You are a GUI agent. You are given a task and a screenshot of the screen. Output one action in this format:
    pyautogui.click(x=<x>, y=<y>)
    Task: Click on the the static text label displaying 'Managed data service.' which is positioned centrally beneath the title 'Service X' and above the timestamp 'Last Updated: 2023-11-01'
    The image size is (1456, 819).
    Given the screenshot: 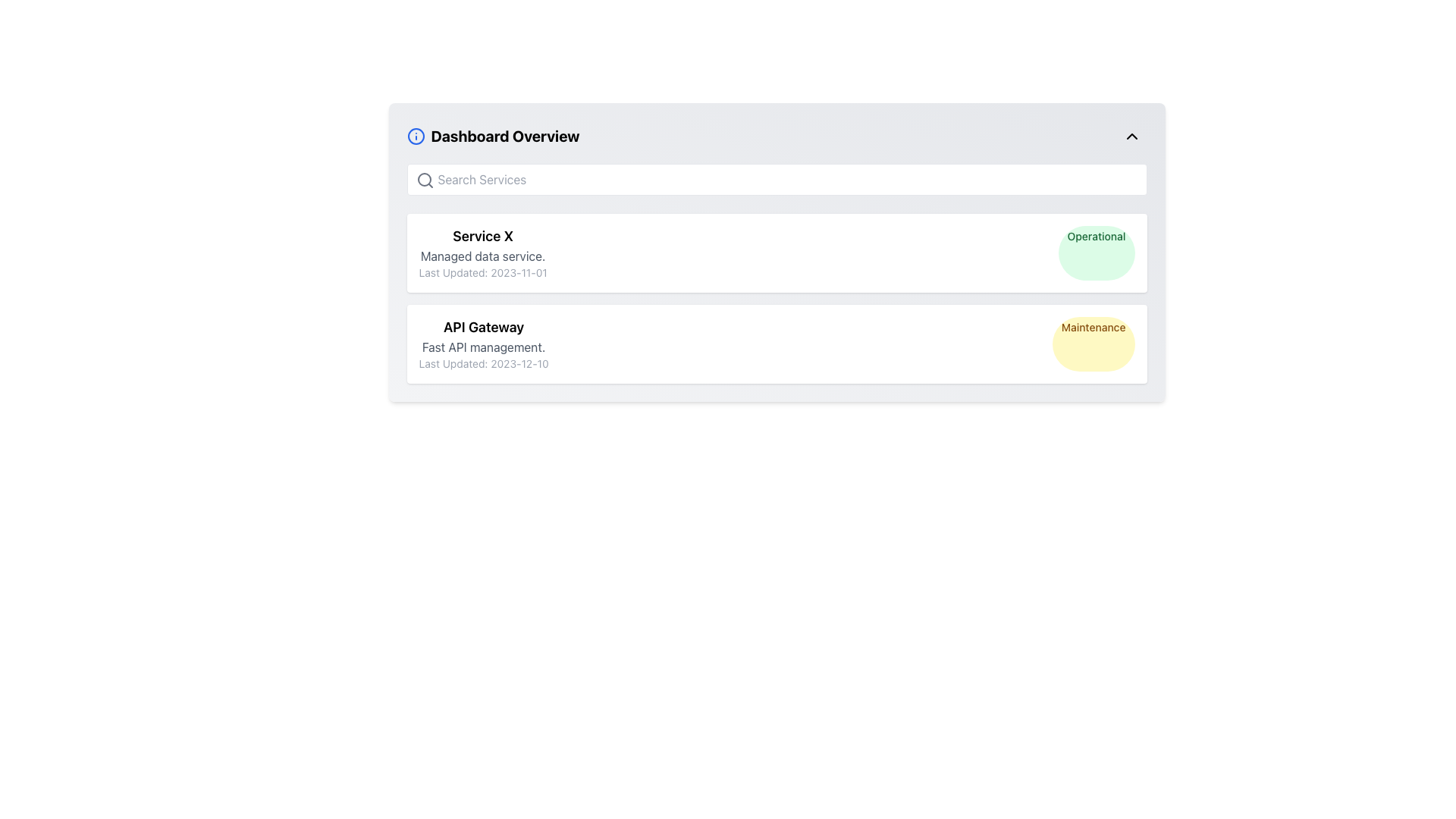 What is the action you would take?
    pyautogui.click(x=482, y=256)
    